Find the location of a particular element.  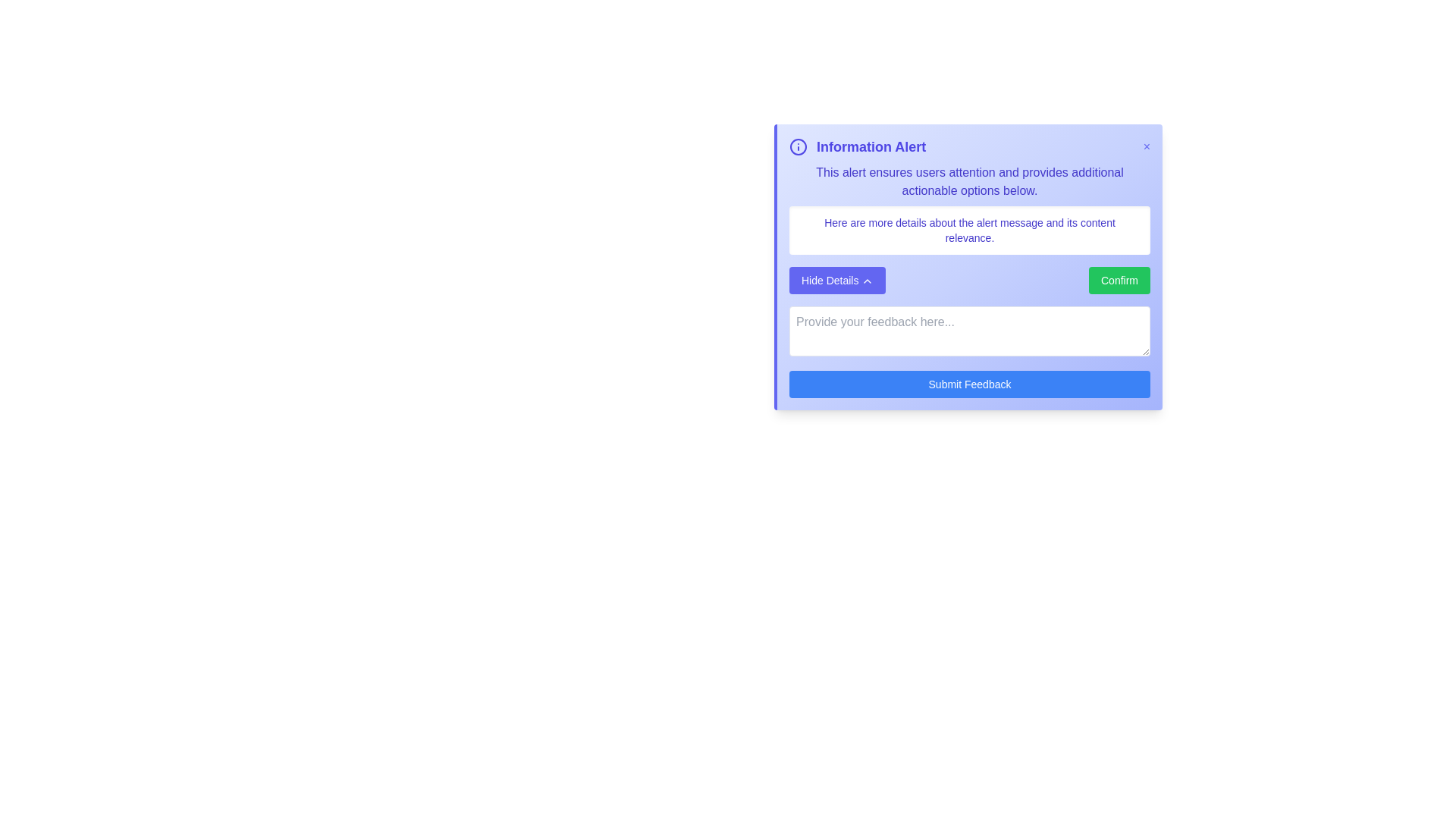

the 'Confirm' button to confirm the action is located at coordinates (1119, 281).